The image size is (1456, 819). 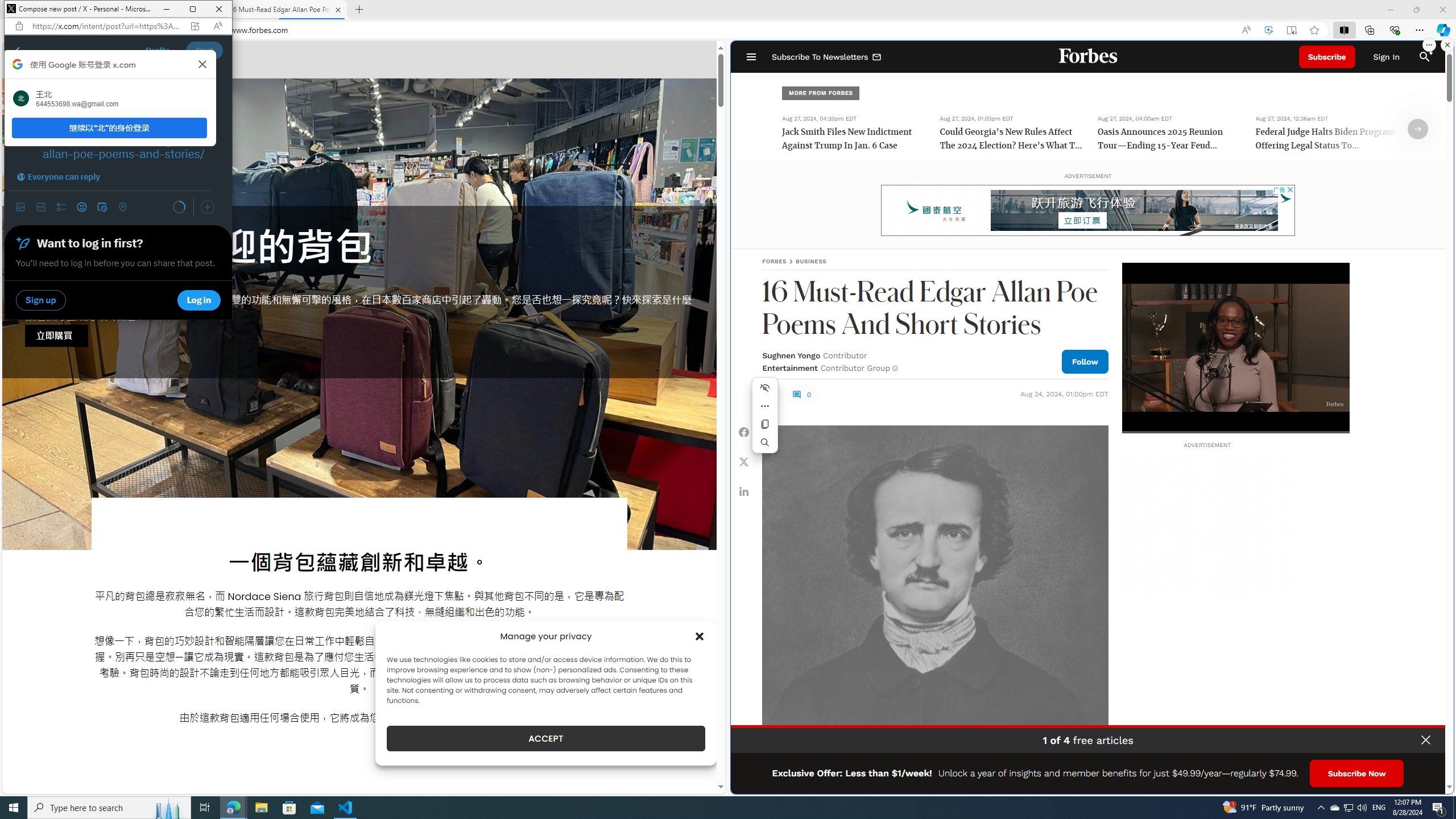 I want to click on 'Arrow Right', so click(x=1417, y=129).